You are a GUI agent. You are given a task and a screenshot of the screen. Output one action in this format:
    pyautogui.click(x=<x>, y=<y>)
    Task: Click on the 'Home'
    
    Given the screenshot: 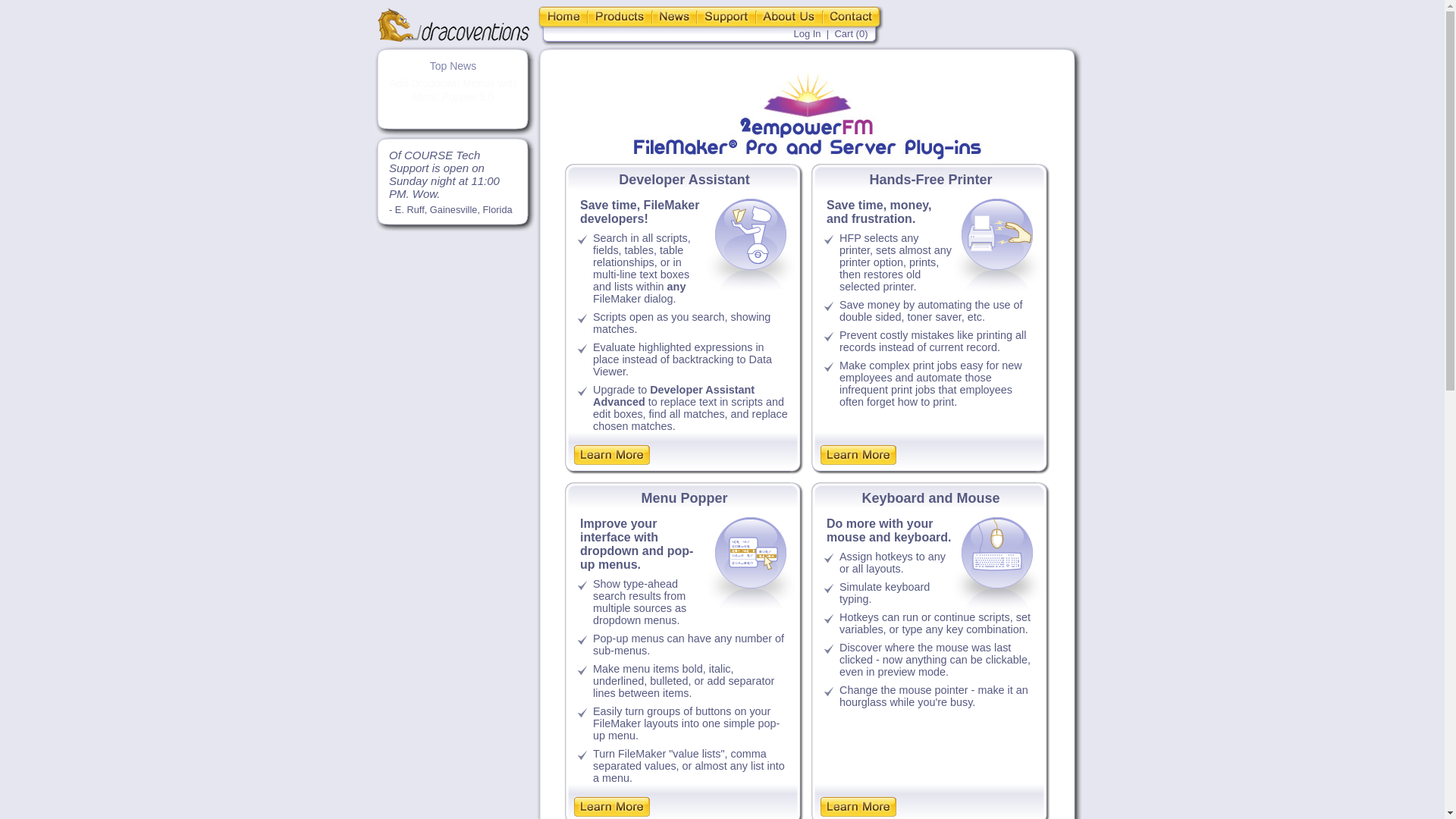 What is the action you would take?
    pyautogui.click(x=560, y=16)
    